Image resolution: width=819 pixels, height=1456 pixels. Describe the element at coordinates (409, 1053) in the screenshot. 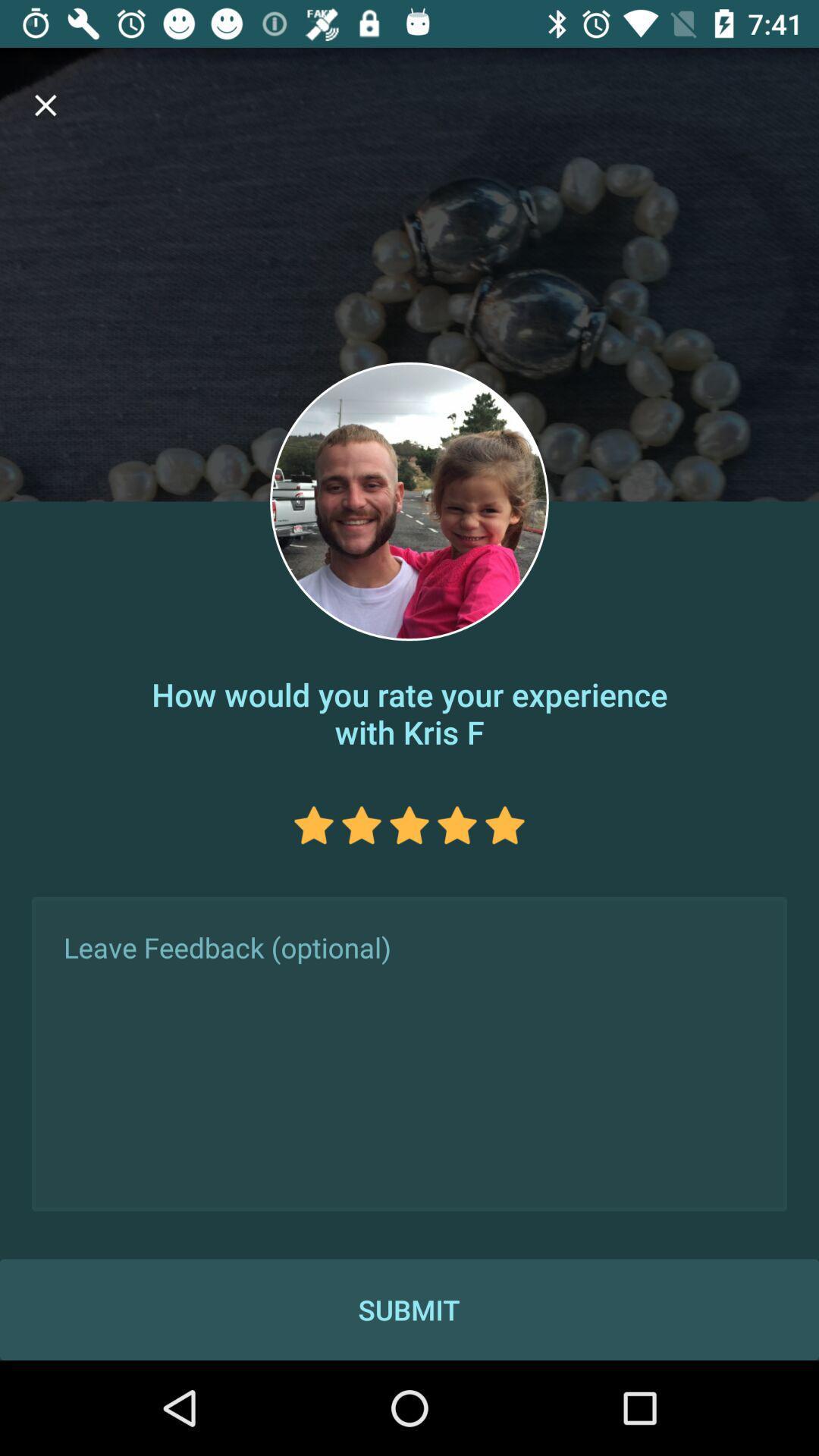

I see `feedback box` at that location.